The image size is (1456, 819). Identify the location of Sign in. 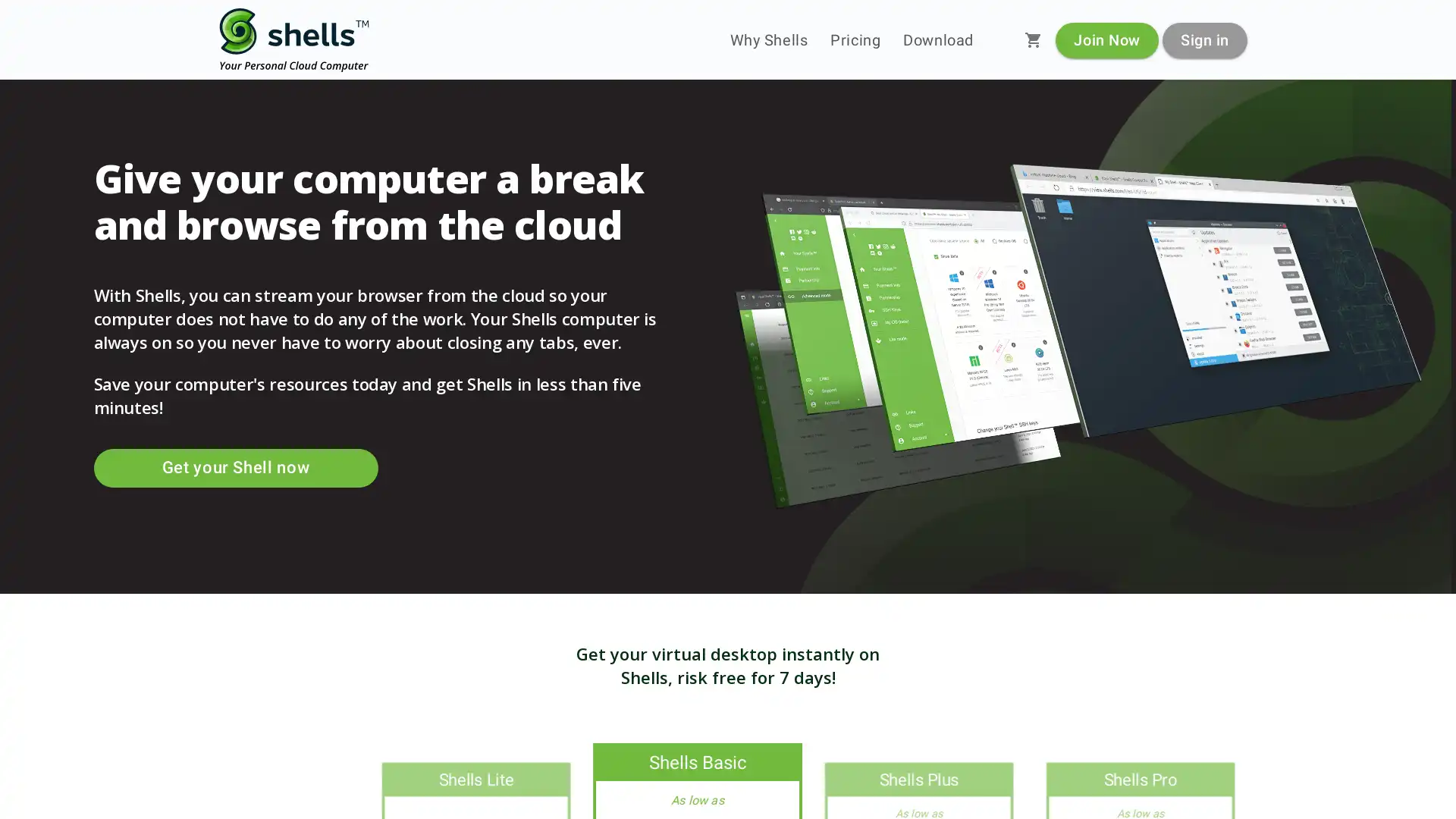
(1203, 39).